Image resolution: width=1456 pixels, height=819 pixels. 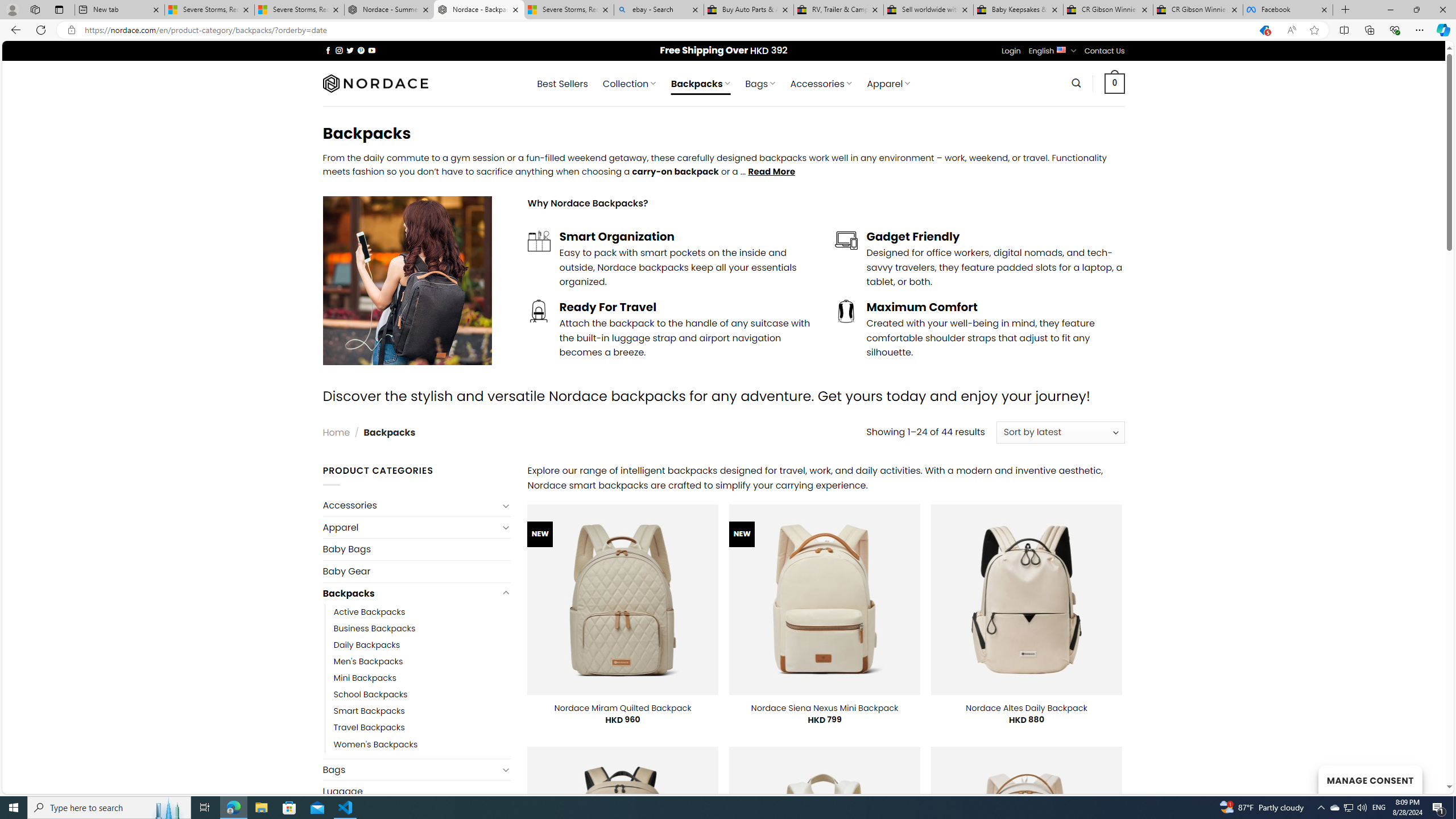 What do you see at coordinates (562, 83) in the screenshot?
I see `' Best Sellers'` at bounding box center [562, 83].